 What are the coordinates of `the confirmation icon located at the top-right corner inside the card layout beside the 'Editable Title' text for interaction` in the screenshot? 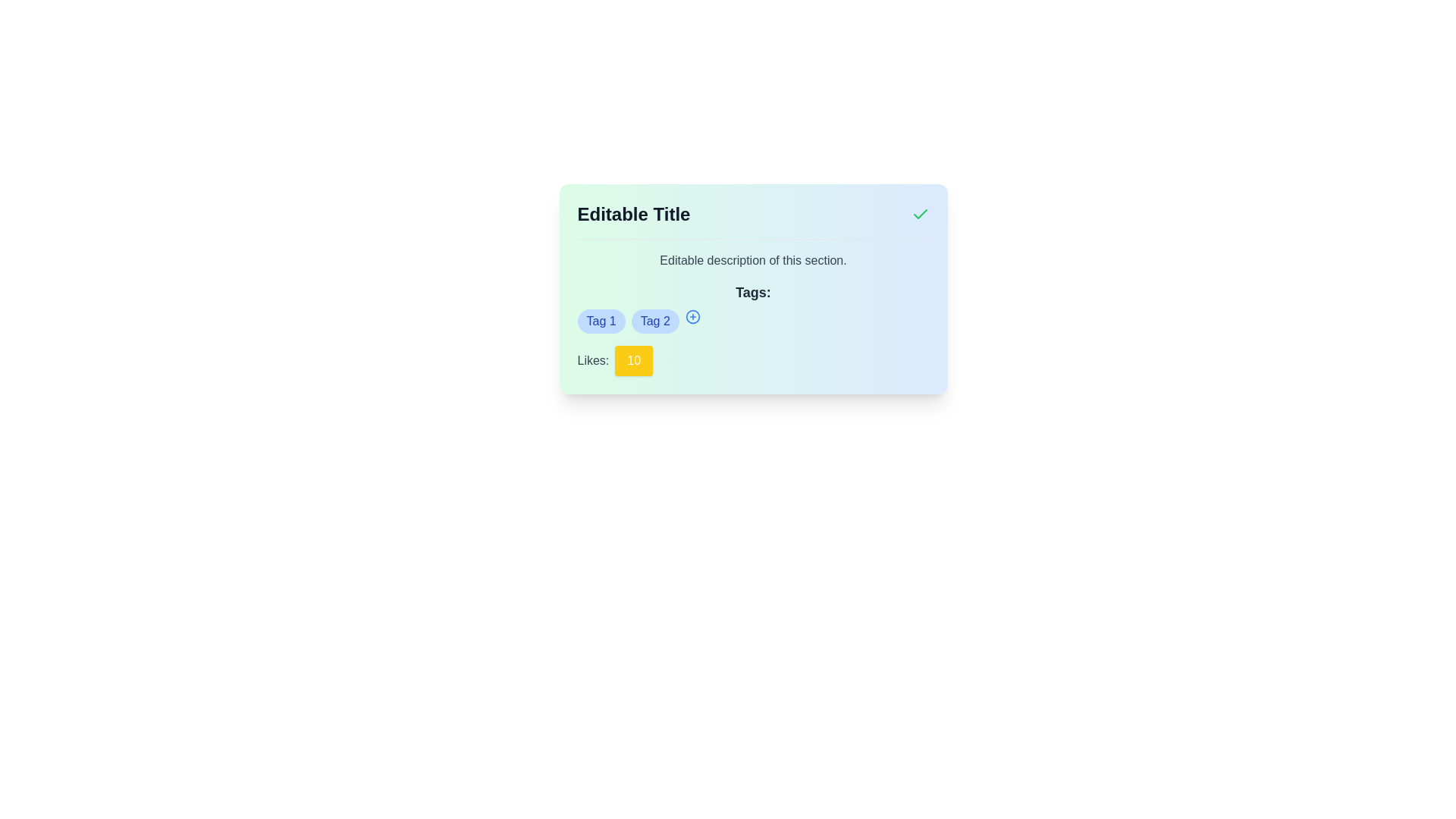 It's located at (919, 214).